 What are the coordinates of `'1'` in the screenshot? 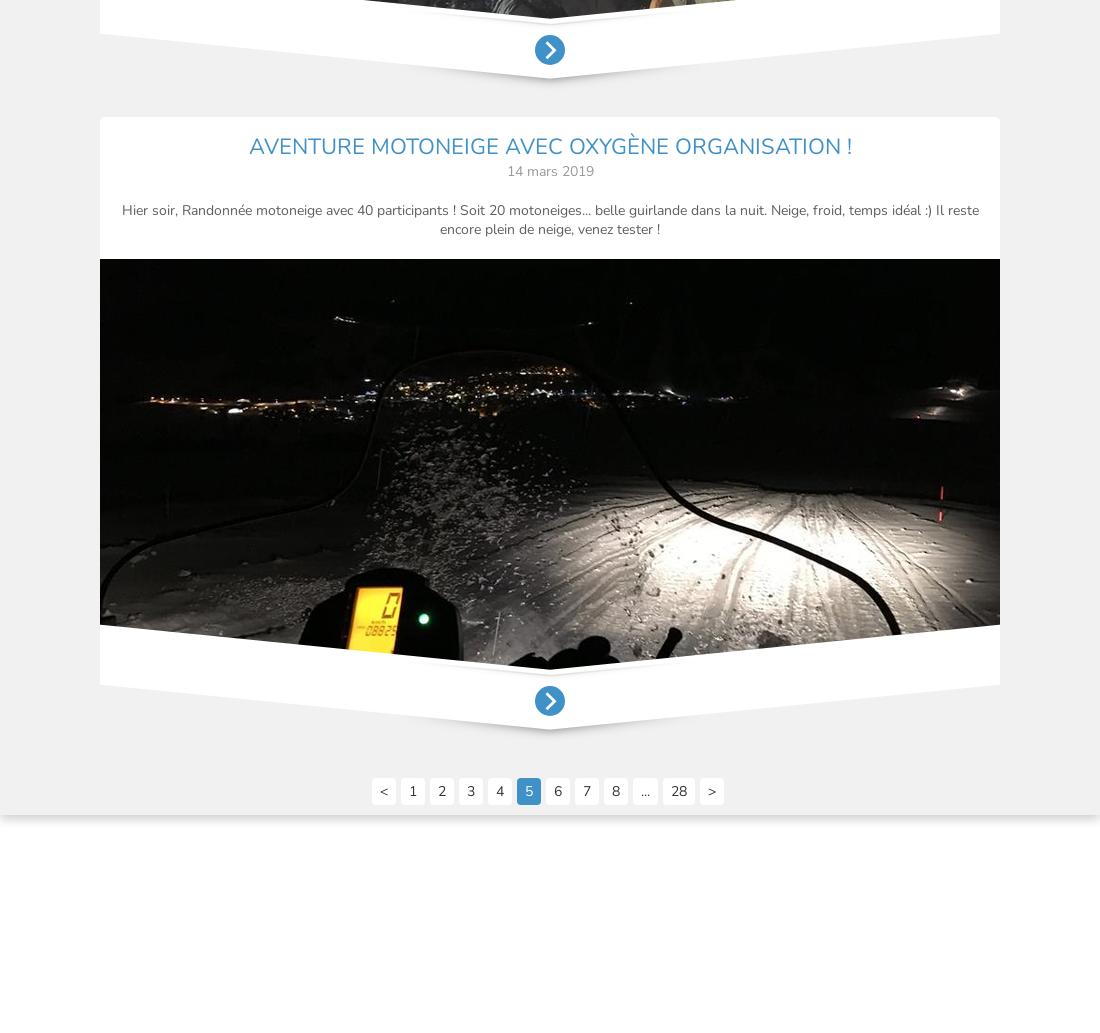 It's located at (411, 790).